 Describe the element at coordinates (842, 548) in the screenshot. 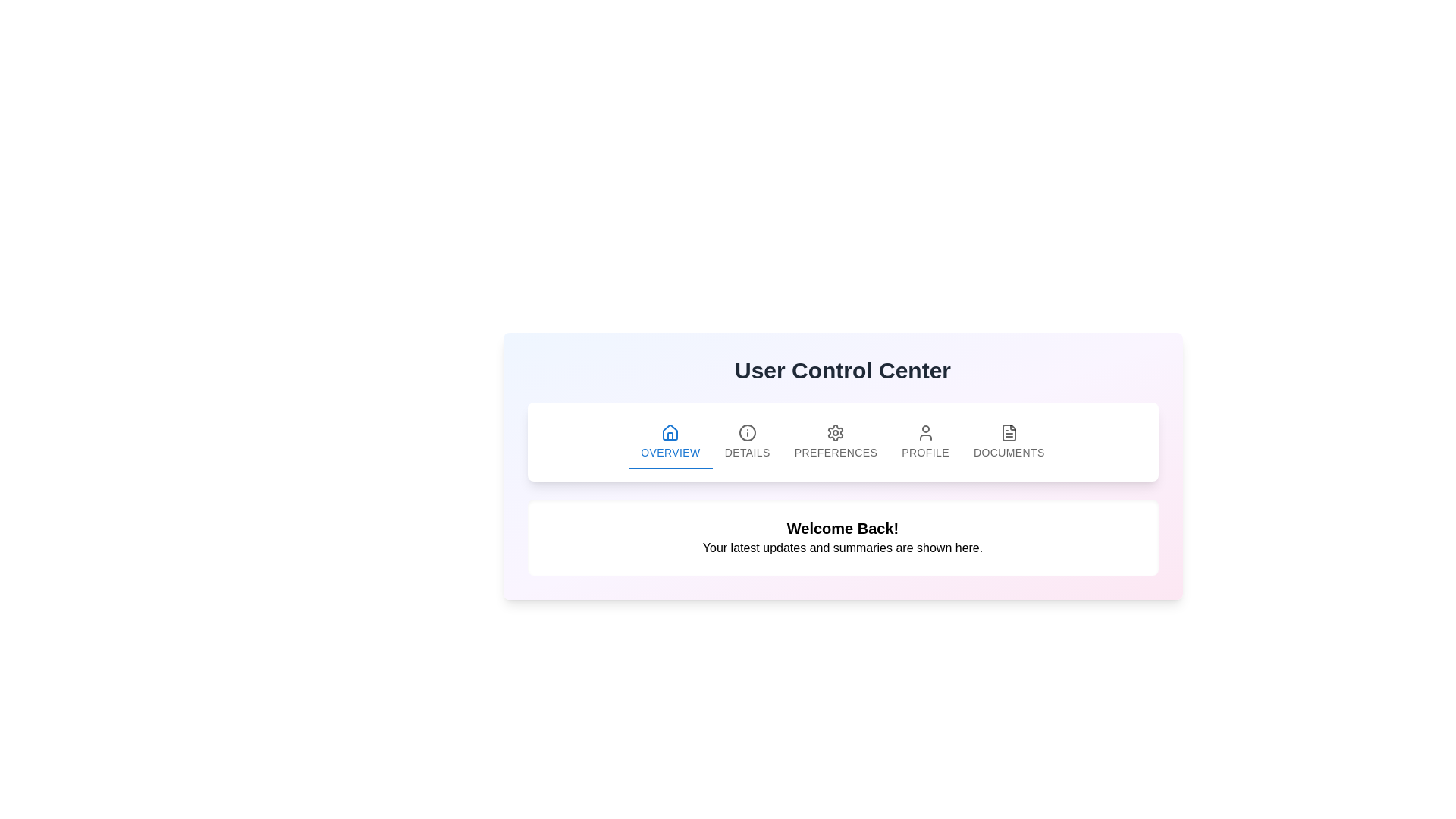

I see `the static text displaying 'Your latest updates and summaries are shown here.' which is located beneath the 'Welcome Back!' headline` at that location.